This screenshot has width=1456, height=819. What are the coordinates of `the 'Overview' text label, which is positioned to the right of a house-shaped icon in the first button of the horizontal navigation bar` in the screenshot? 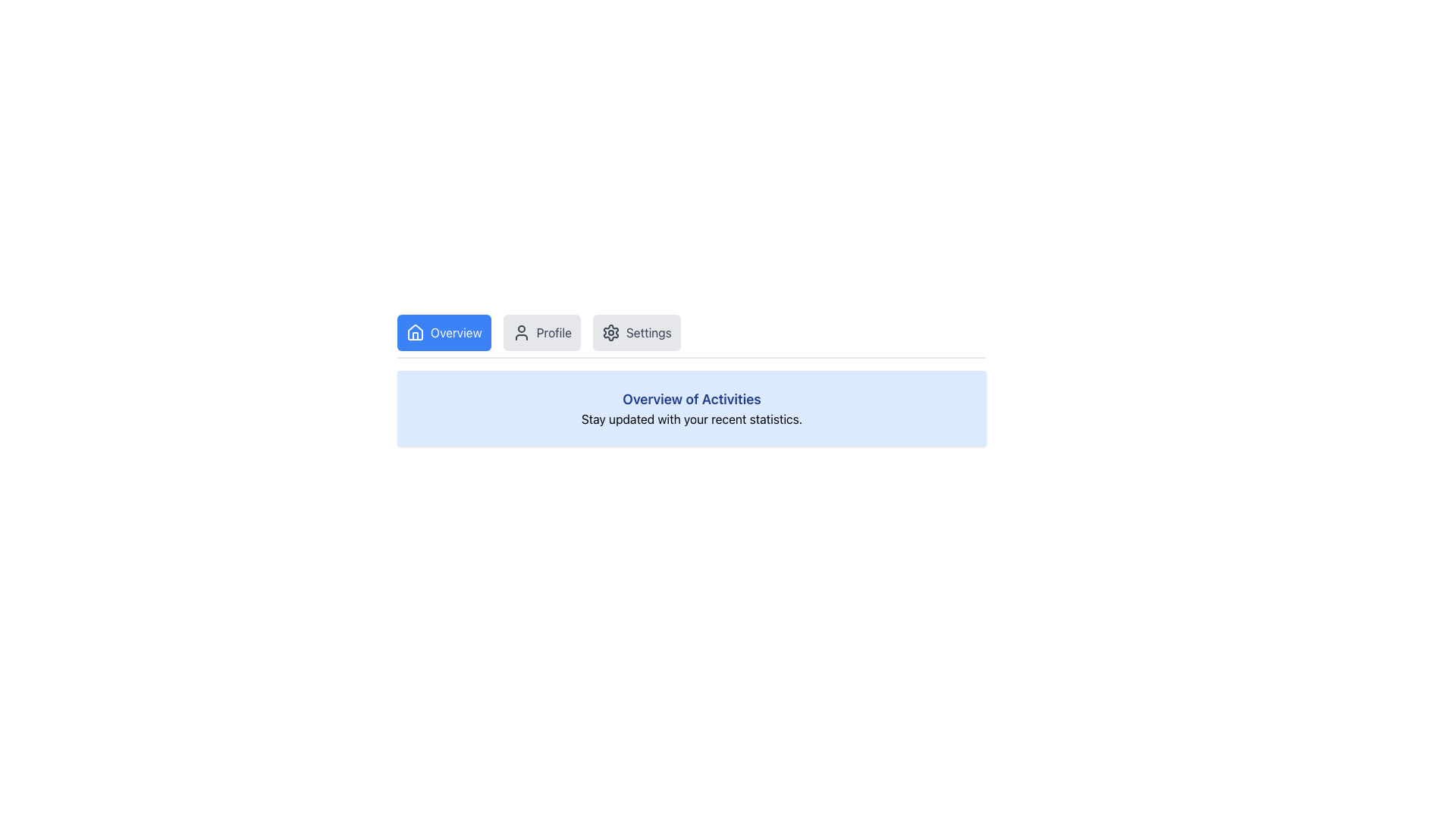 It's located at (455, 332).